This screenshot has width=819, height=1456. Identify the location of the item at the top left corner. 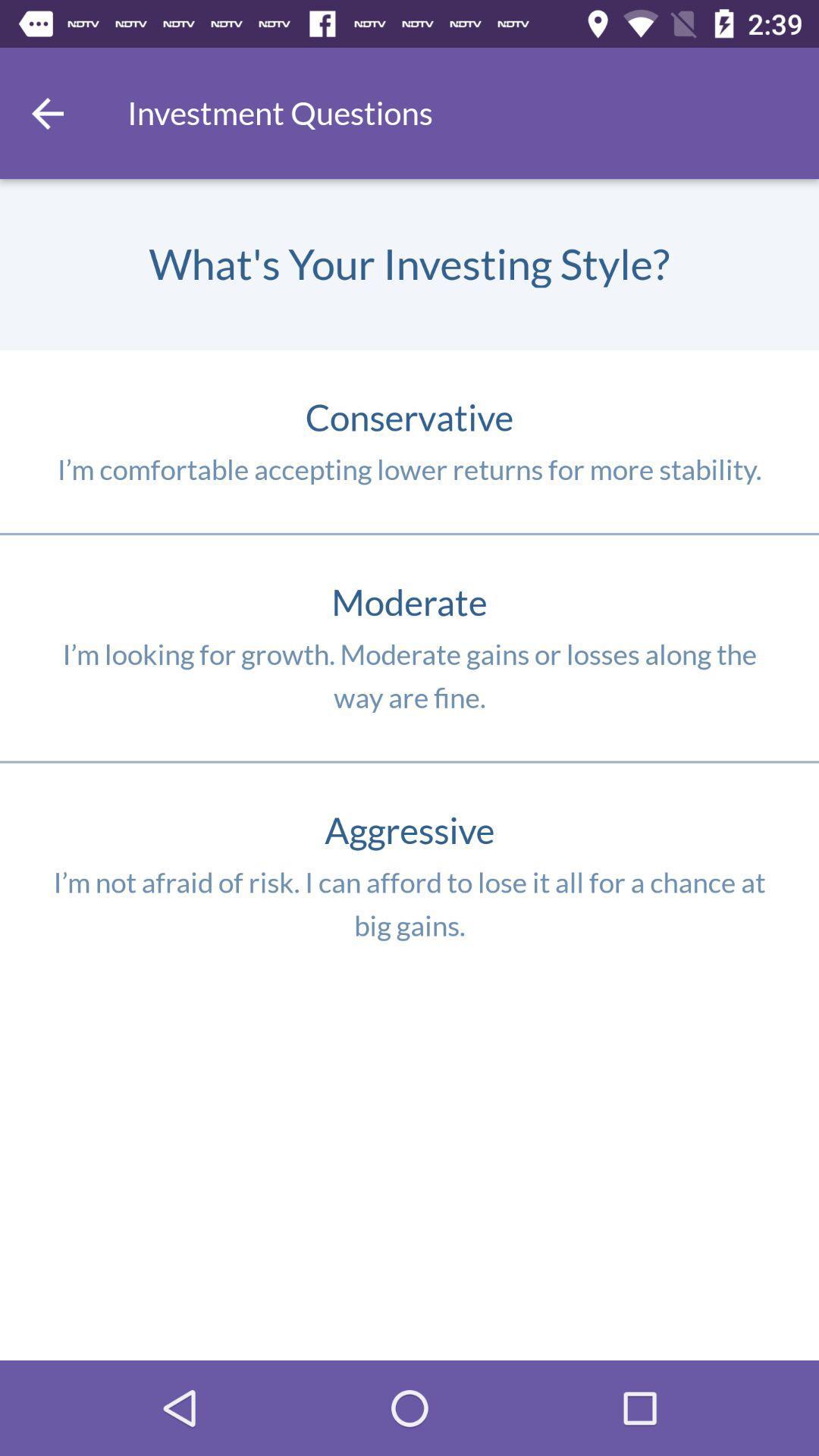
(46, 112).